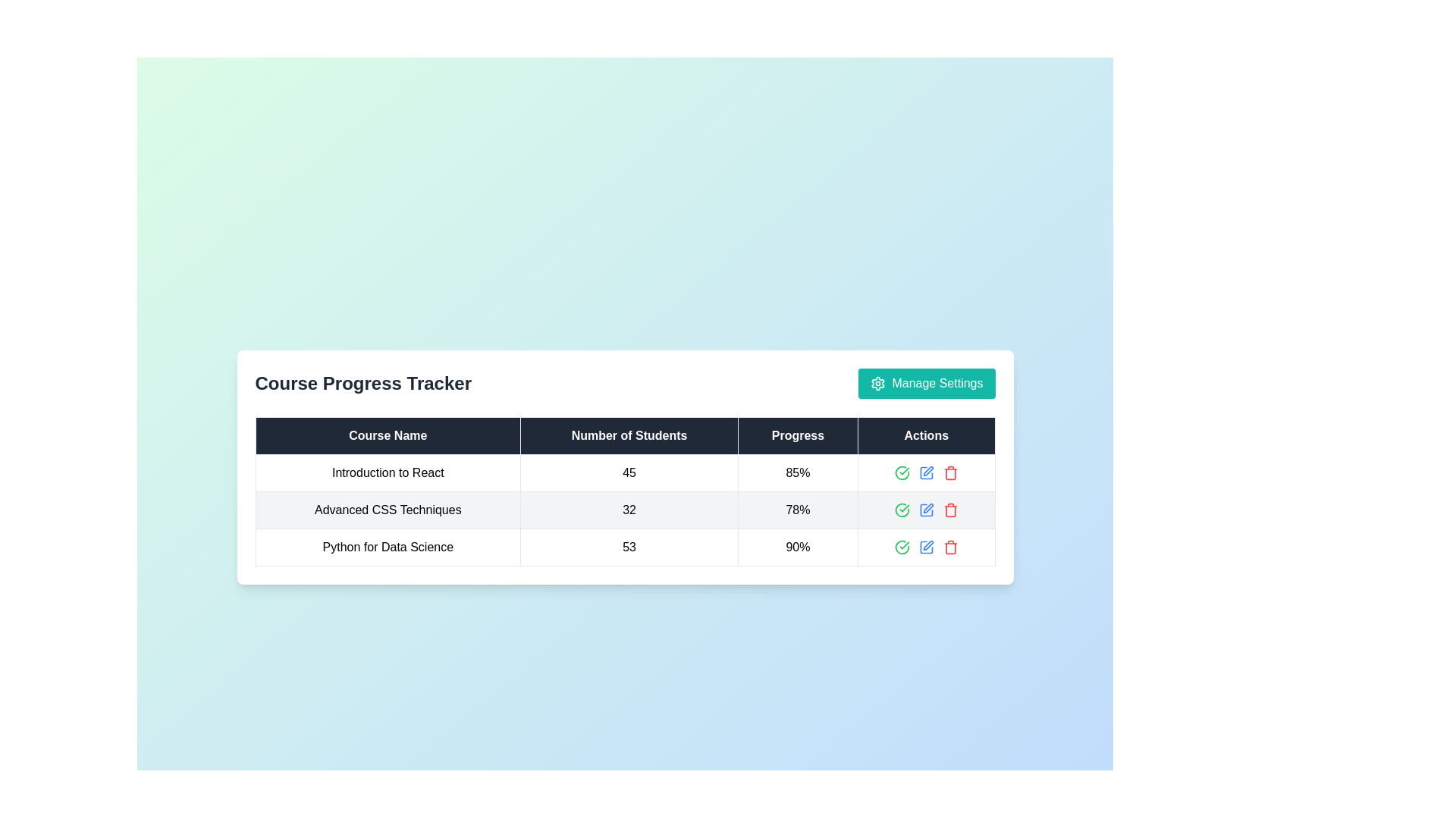  Describe the element at coordinates (925, 472) in the screenshot. I see `the edit button located in the middle of the 'Actions' column in the third row of the table to initiate editing actions for the corresponding table entry` at that location.